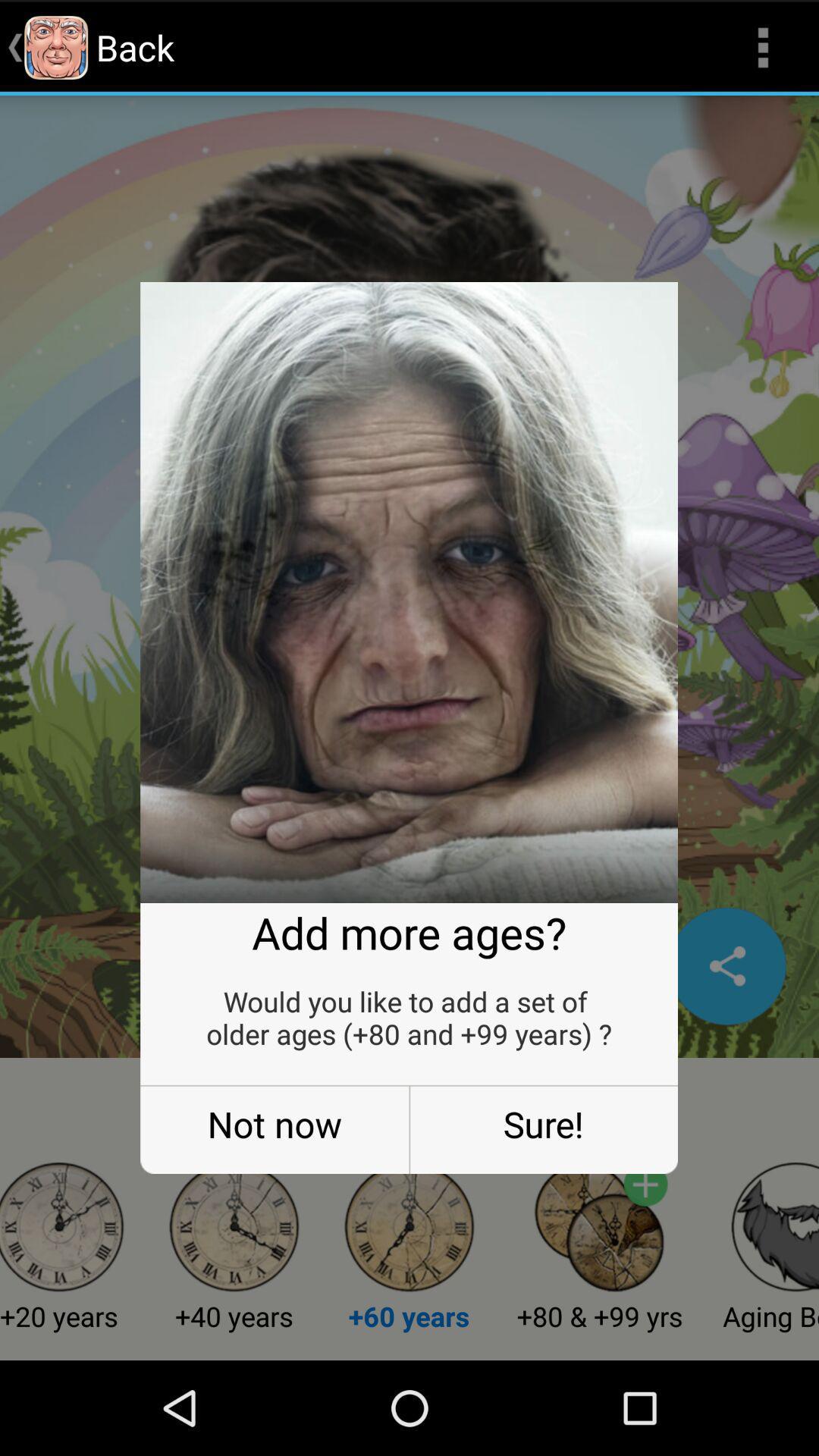  What do you see at coordinates (726, 1033) in the screenshot?
I see `the share icon` at bounding box center [726, 1033].